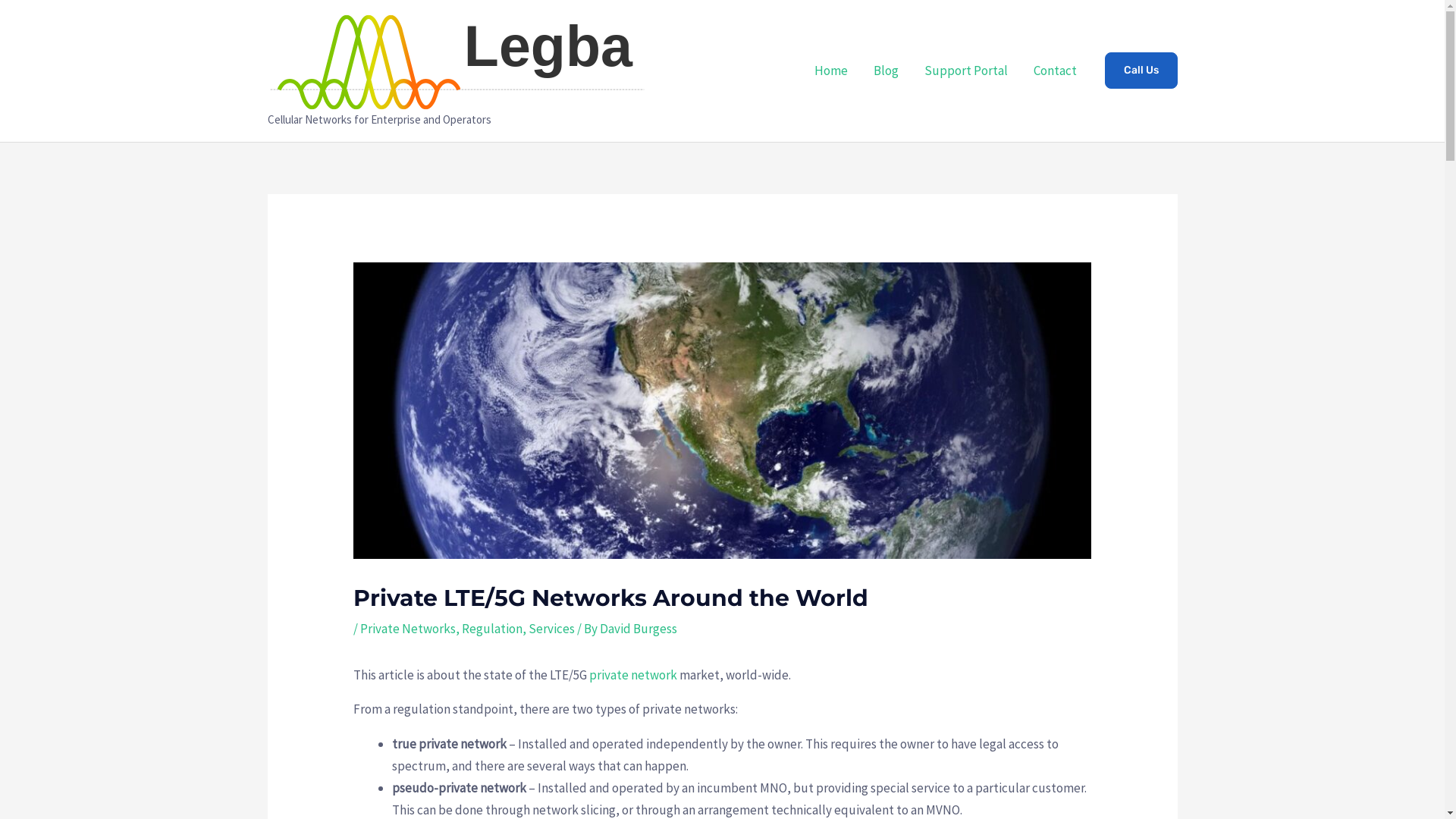 This screenshot has width=1456, height=819. What do you see at coordinates (551, 629) in the screenshot?
I see `'Services'` at bounding box center [551, 629].